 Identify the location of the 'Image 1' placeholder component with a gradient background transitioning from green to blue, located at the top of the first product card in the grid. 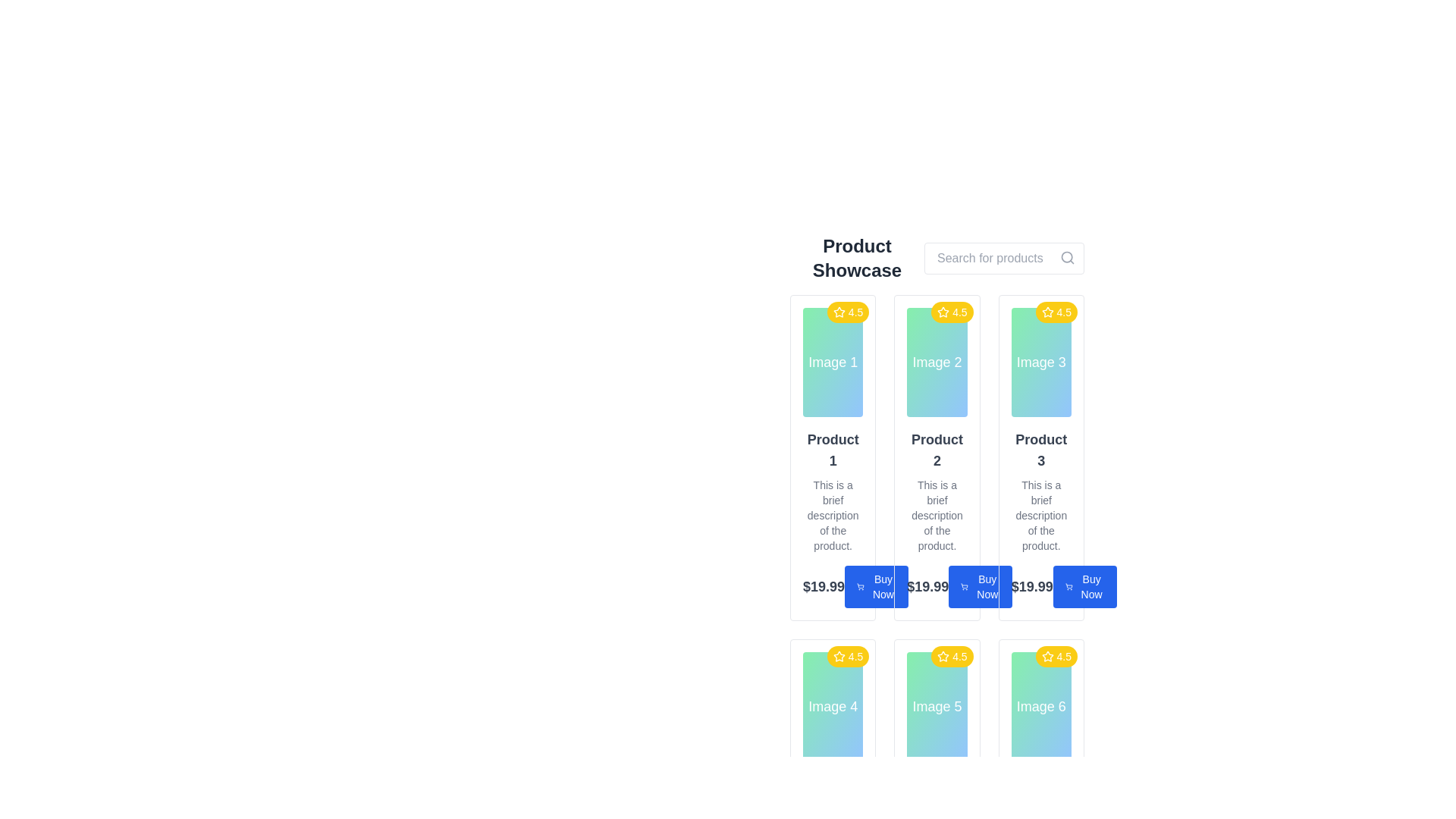
(832, 362).